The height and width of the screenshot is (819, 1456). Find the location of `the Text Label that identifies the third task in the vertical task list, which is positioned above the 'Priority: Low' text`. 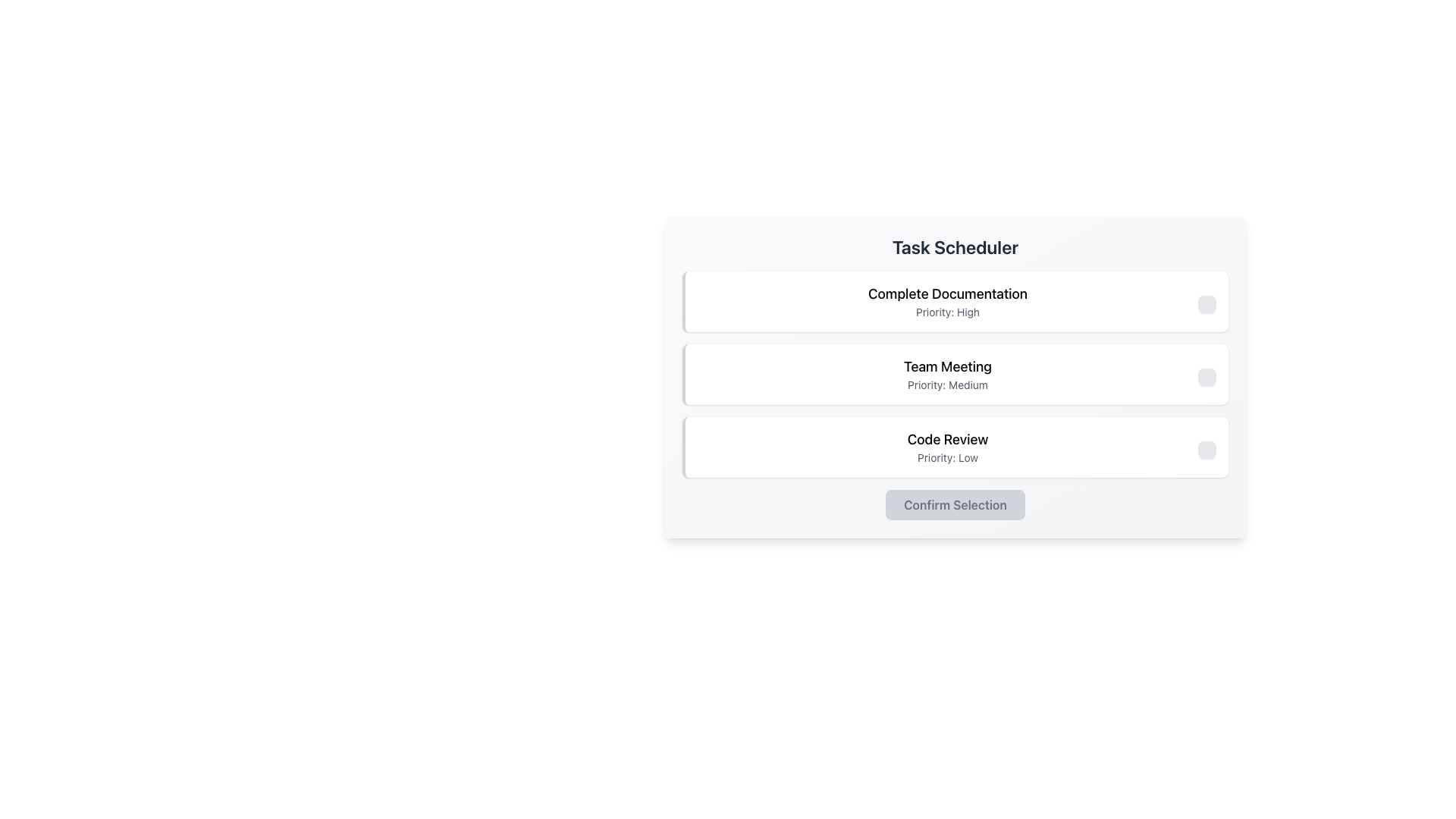

the Text Label that identifies the third task in the vertical task list, which is positioned above the 'Priority: Low' text is located at coordinates (946, 439).